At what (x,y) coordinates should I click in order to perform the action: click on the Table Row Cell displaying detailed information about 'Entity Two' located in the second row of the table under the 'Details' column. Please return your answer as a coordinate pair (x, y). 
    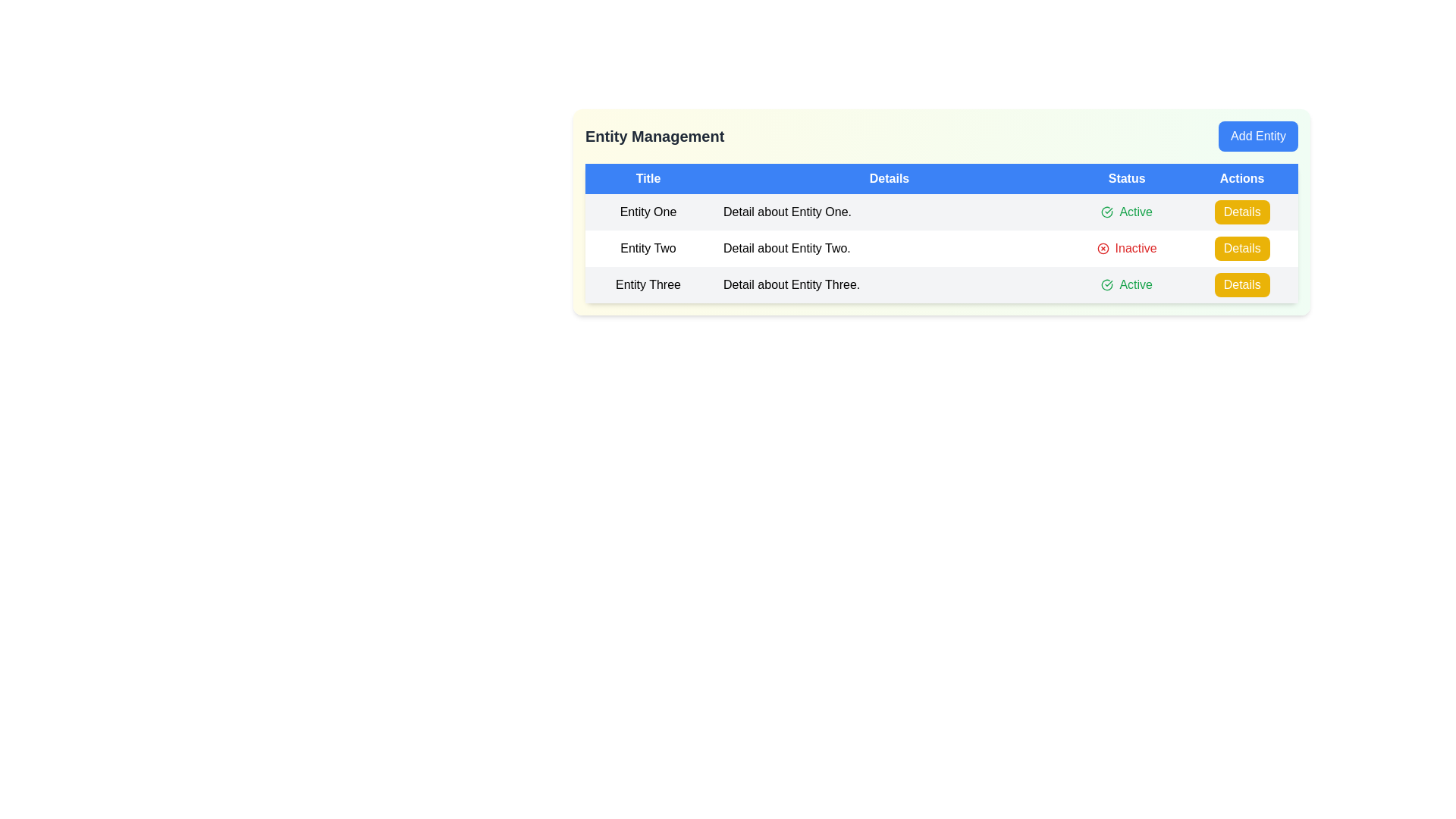
    Looking at the image, I should click on (941, 247).